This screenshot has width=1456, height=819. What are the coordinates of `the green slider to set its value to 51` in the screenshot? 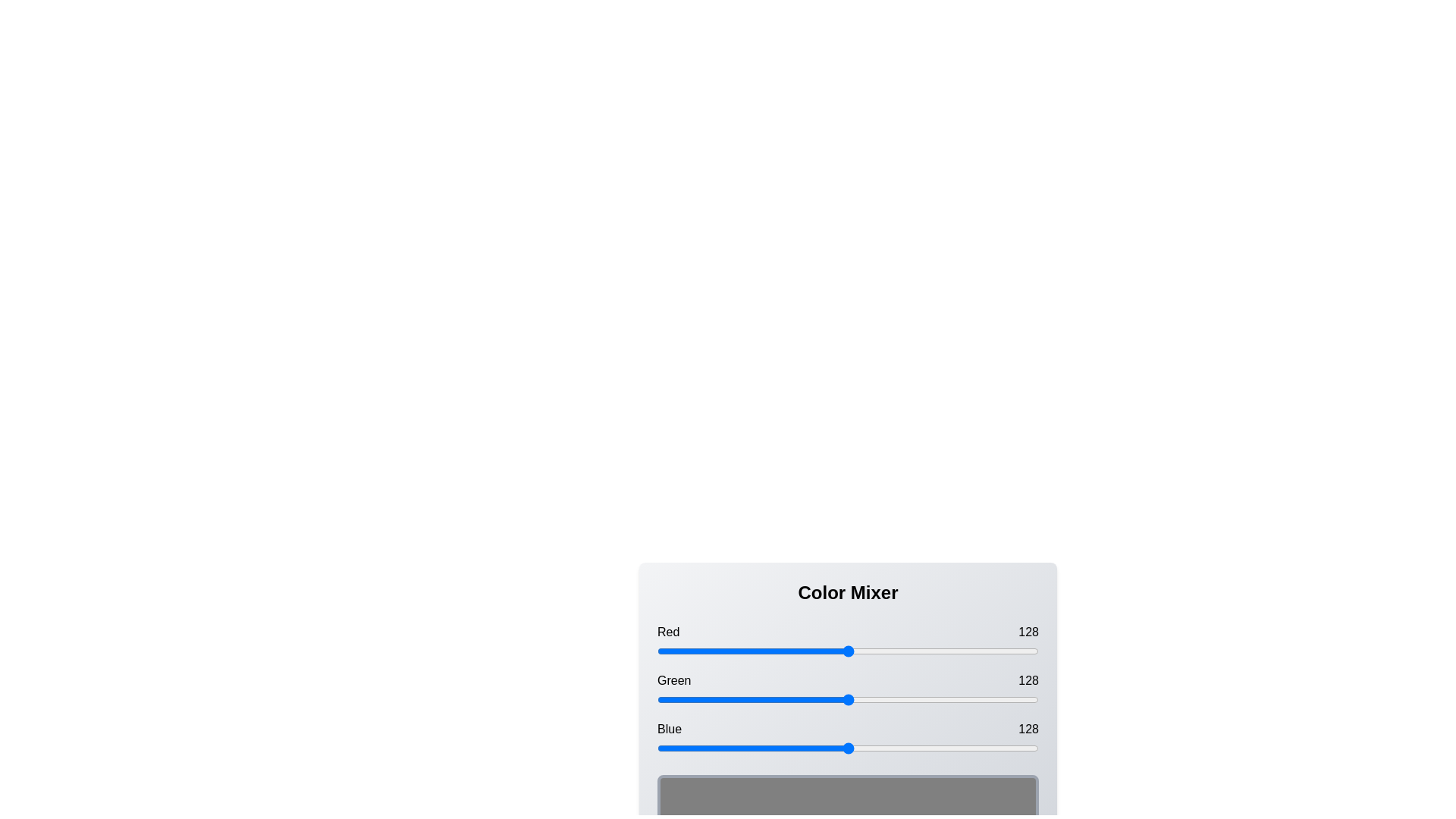 It's located at (733, 699).